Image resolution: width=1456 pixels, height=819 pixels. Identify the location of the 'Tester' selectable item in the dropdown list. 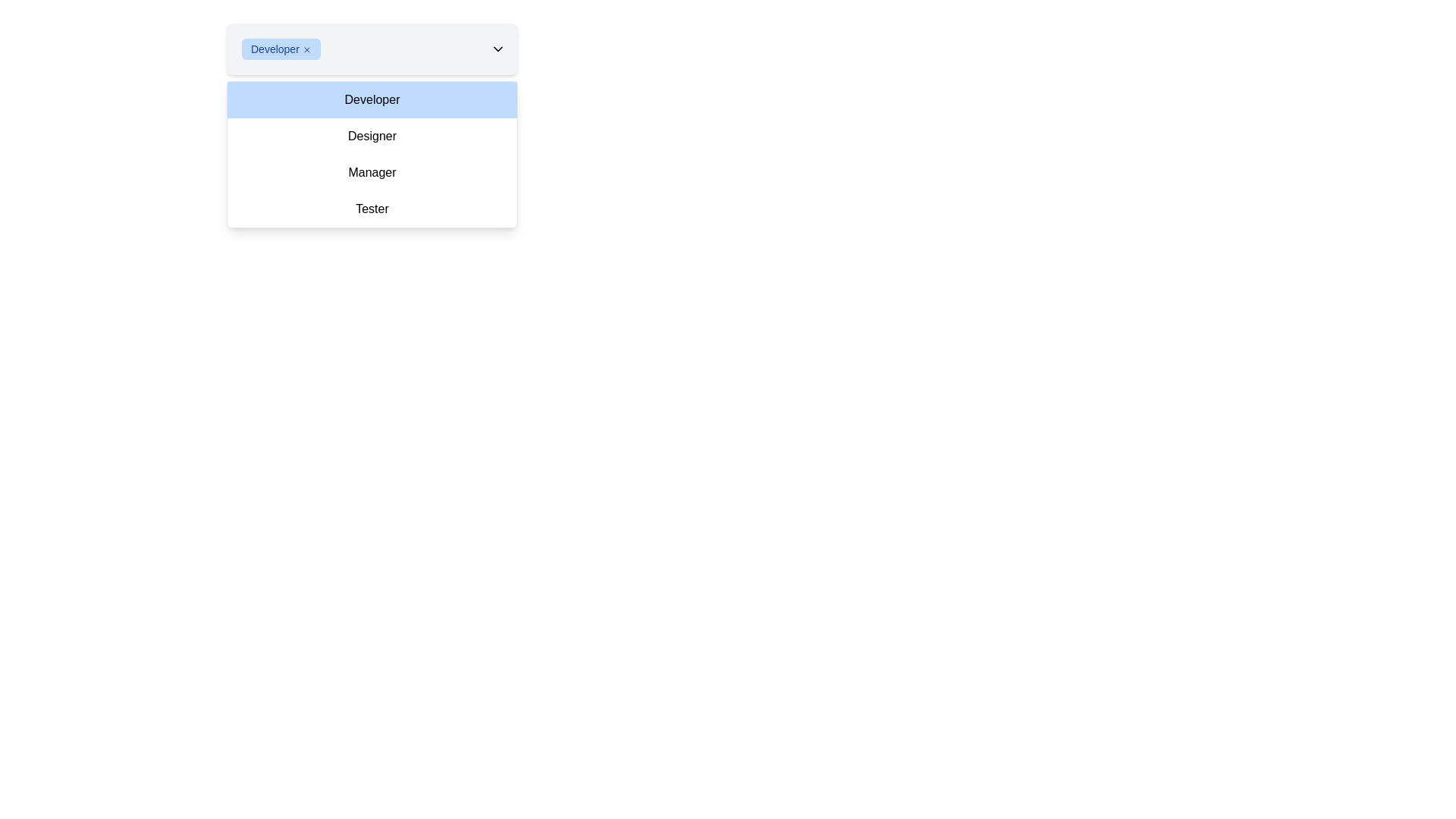
(372, 209).